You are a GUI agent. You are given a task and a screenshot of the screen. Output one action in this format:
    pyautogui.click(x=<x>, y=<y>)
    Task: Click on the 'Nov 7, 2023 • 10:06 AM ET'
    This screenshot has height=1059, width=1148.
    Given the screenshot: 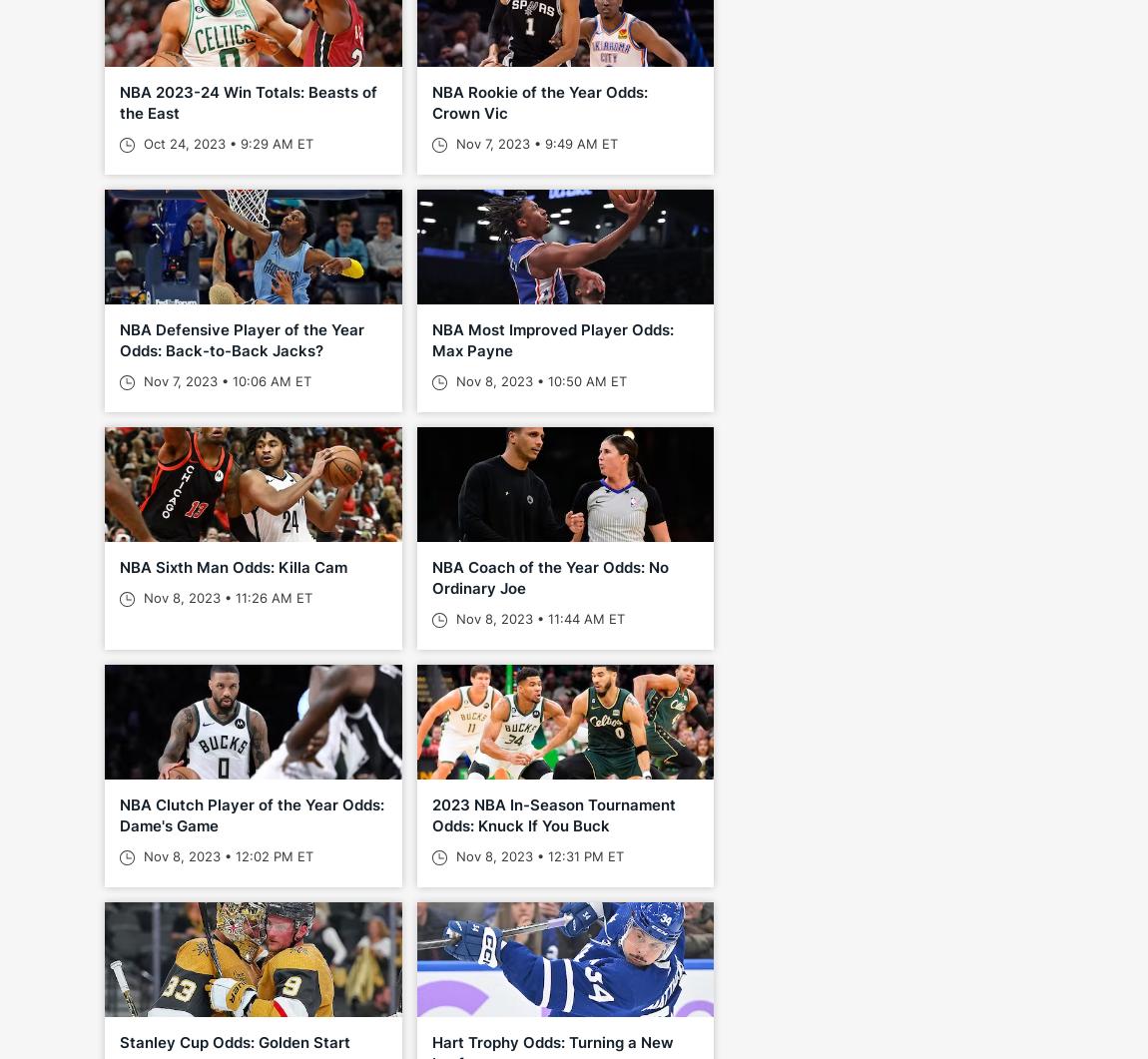 What is the action you would take?
    pyautogui.click(x=138, y=380)
    